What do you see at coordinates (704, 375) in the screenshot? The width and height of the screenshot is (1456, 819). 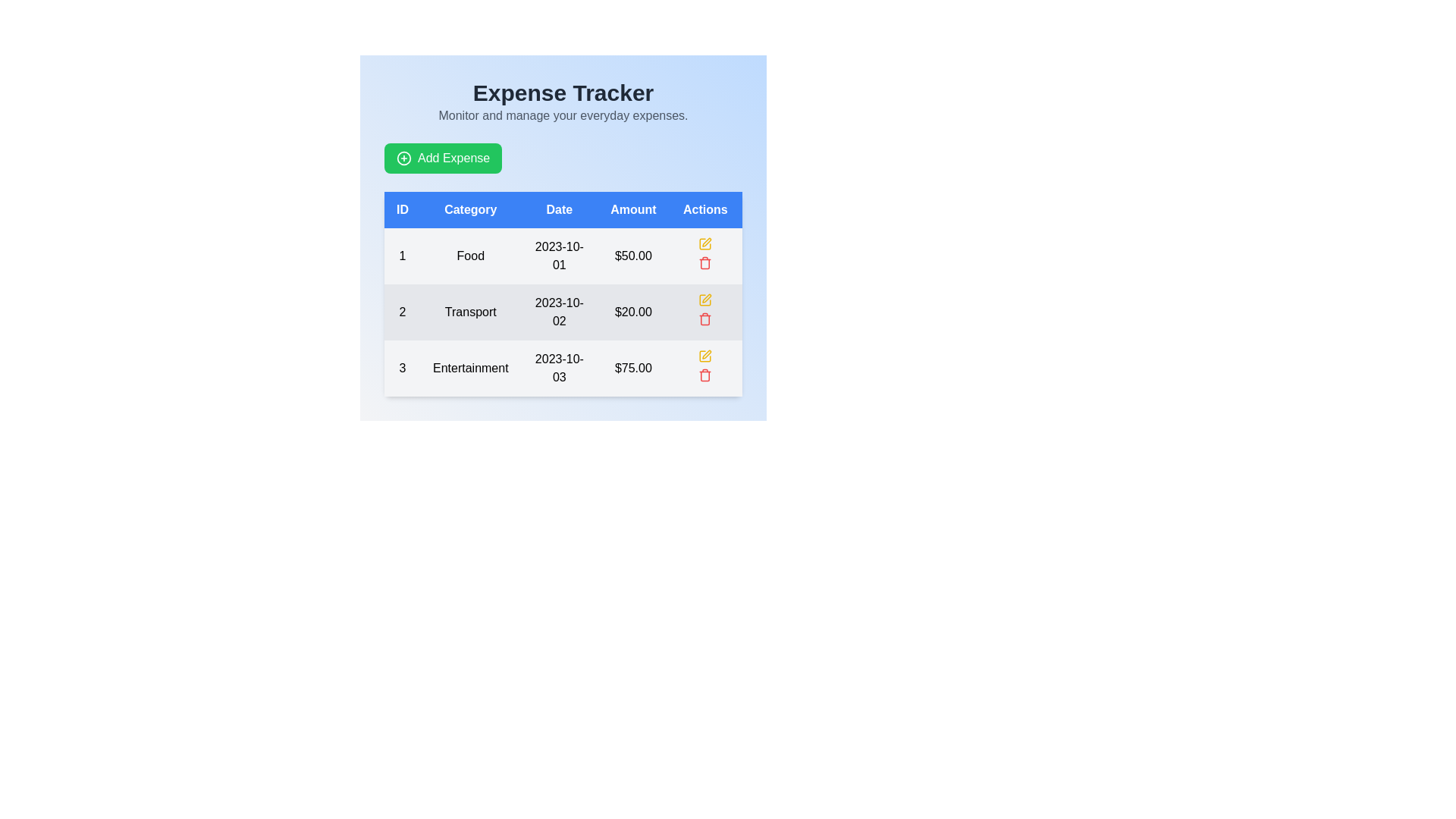 I see `the trash icon located in the third row of the Actions column in the table to initiate an action` at bounding box center [704, 375].